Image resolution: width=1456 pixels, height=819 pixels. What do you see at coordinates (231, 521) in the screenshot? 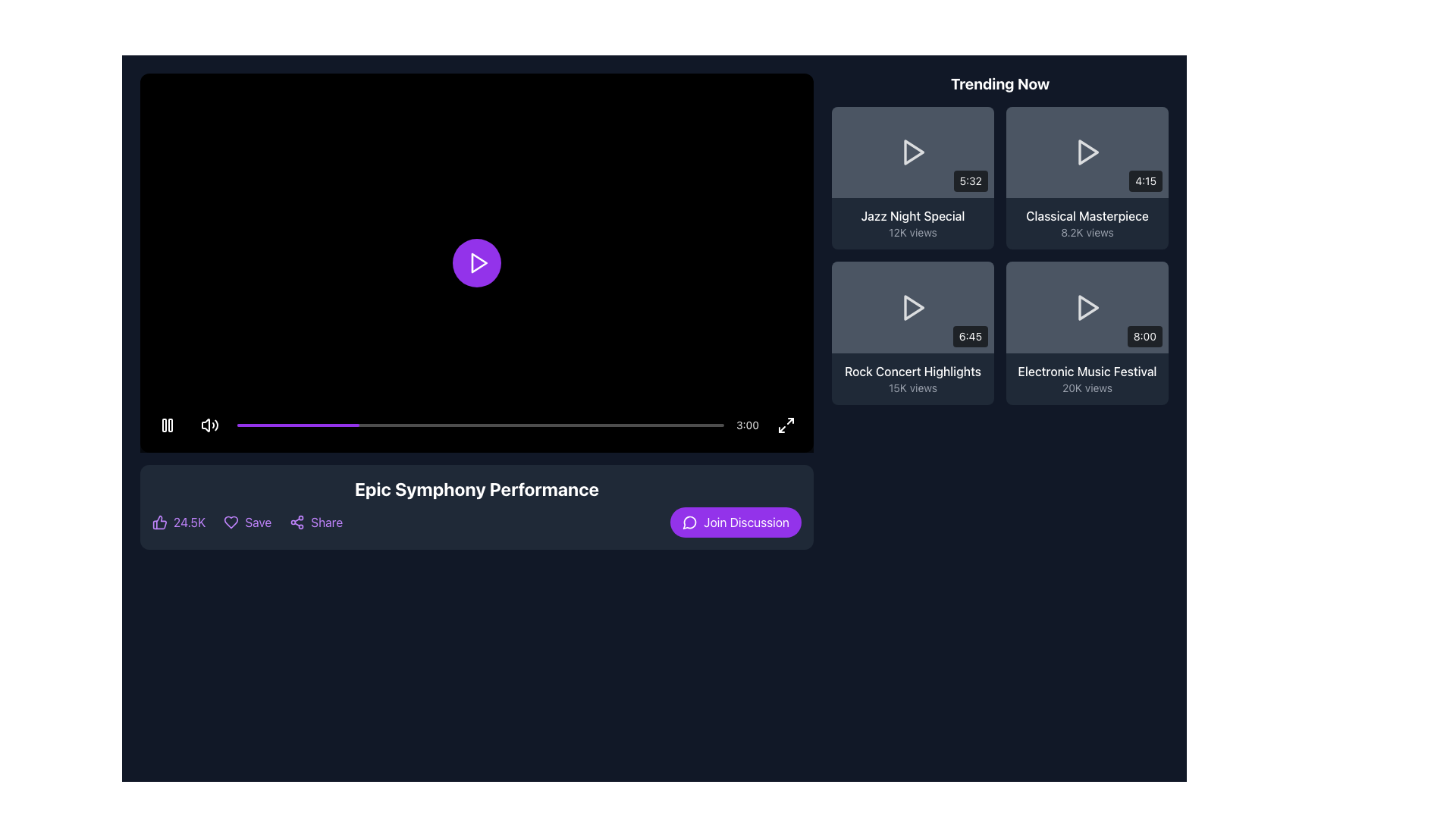
I see `the heart-shaped icon located second among the interactive control icons beneath the video titled 'Epic Symphony Performance'` at bounding box center [231, 521].